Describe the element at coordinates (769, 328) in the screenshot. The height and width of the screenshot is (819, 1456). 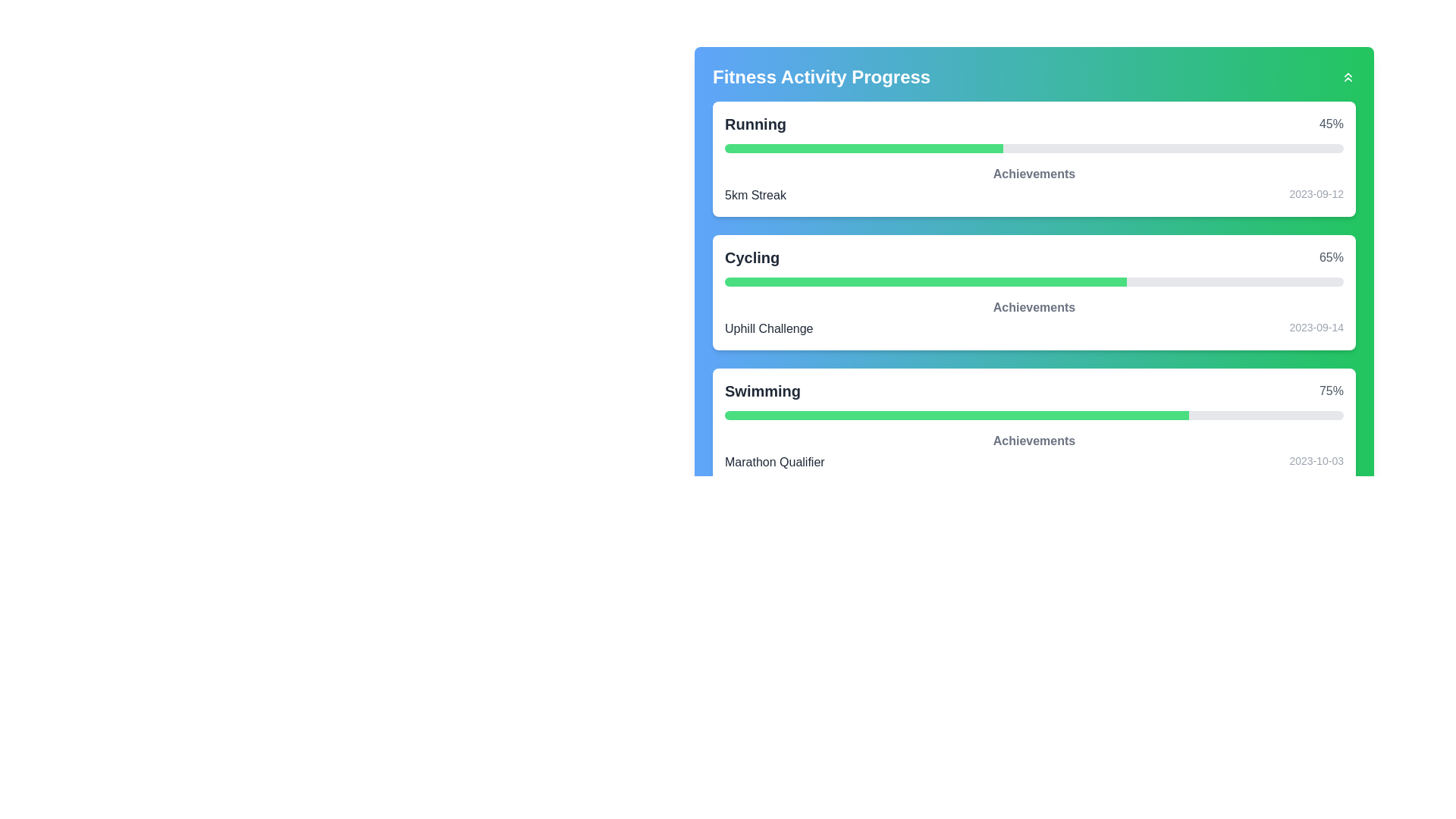
I see `text displayed in the 'Uphill Challenge' label, which is styled in a standard font and located below the 'Cycling' heading in the fitness activity progress interface` at that location.